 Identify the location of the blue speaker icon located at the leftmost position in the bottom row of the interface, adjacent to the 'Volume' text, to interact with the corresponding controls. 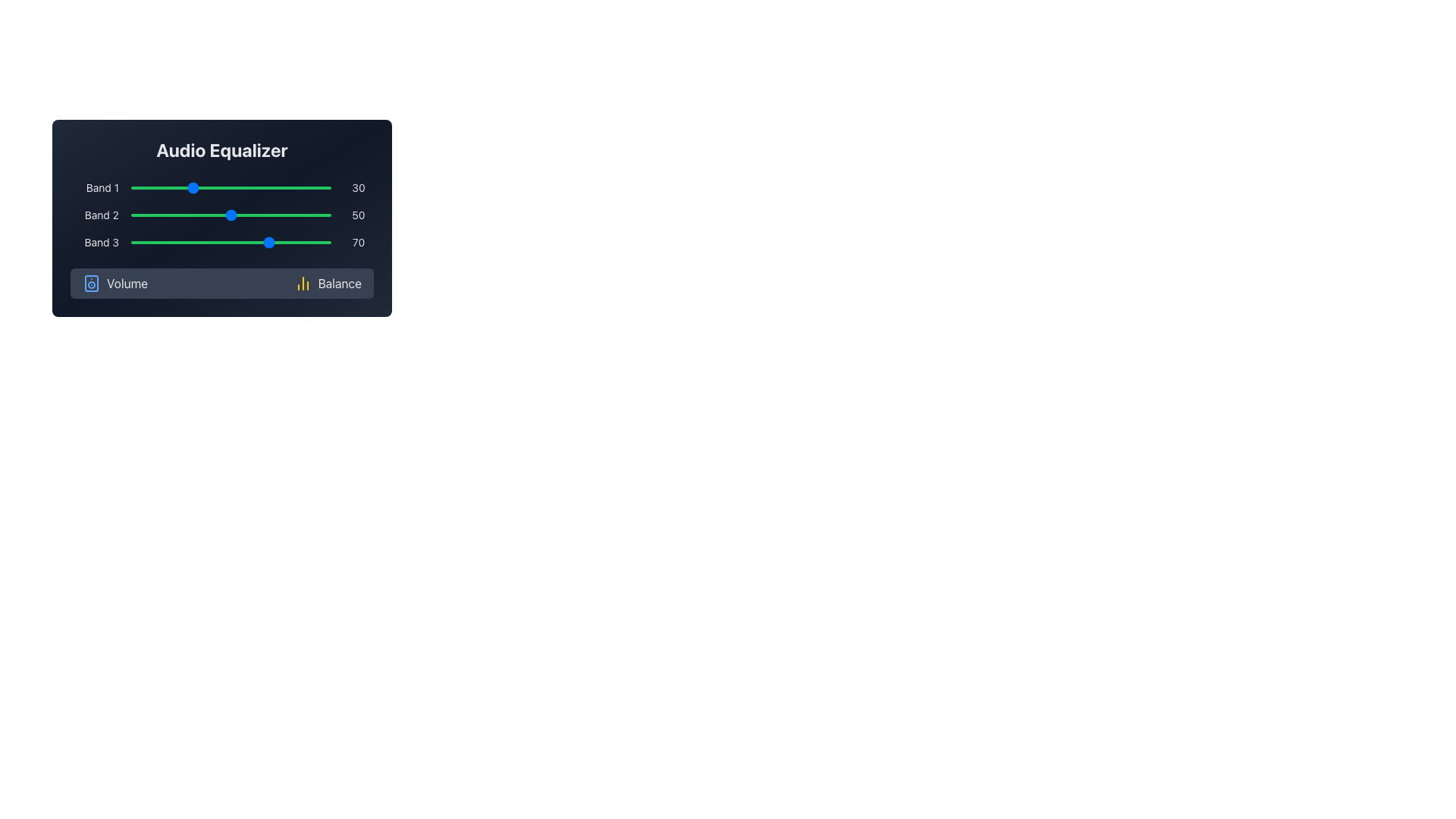
(90, 284).